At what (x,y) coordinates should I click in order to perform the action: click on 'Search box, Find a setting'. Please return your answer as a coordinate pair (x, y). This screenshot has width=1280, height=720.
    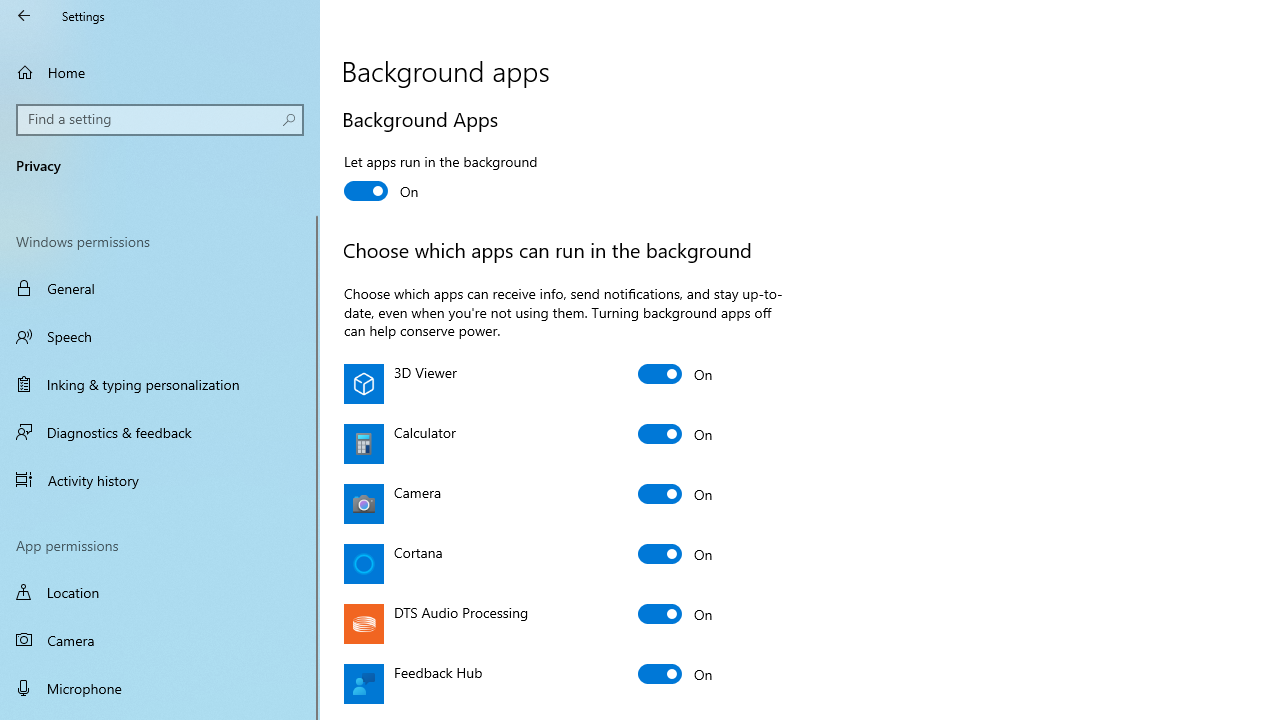
    Looking at the image, I should click on (160, 119).